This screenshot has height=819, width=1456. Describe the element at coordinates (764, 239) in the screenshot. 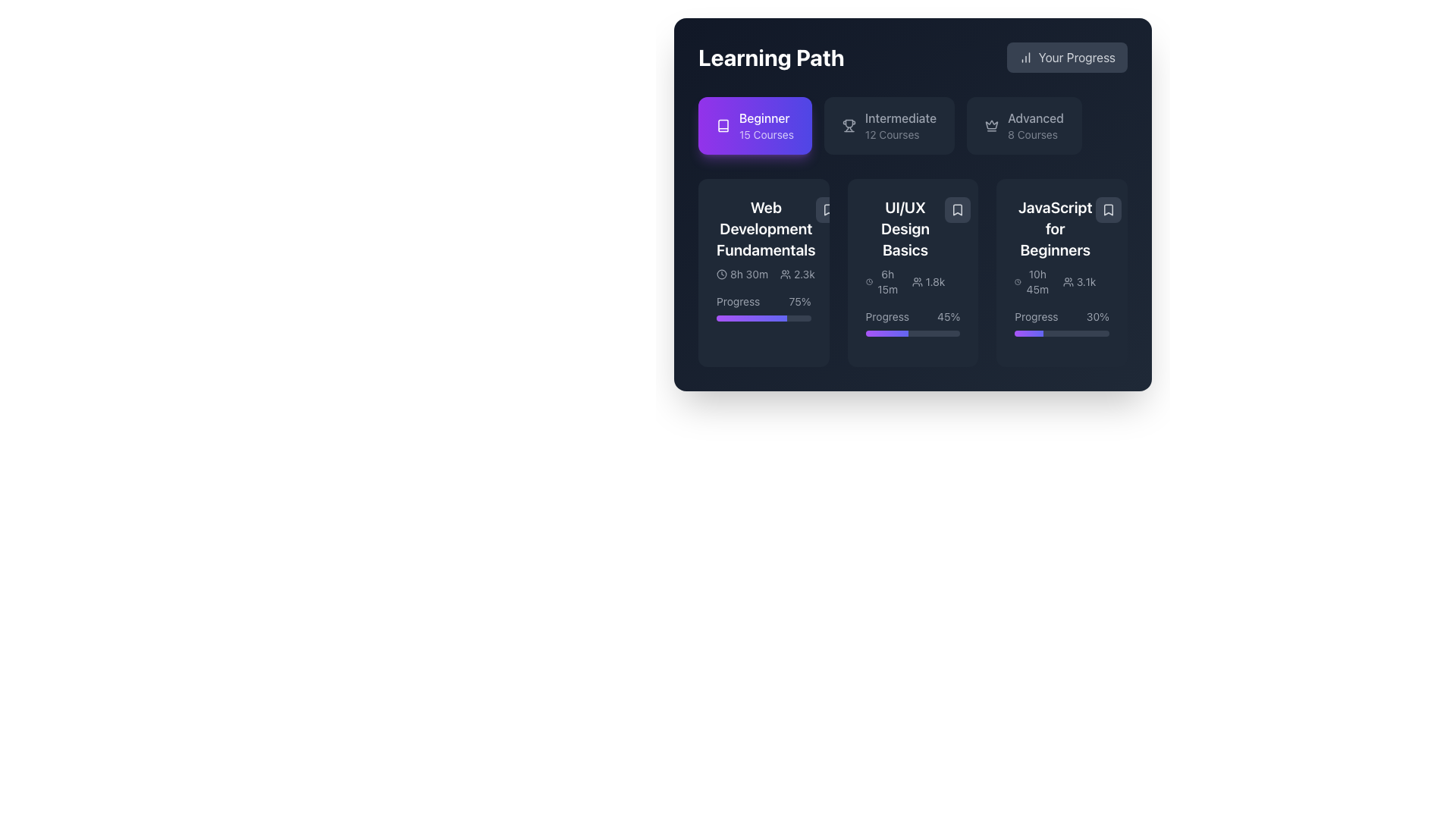

I see `the Informational card displaying the course details for 'Web Development Fundamentals', which is the first course item in the 'Beginner' courses section` at that location.